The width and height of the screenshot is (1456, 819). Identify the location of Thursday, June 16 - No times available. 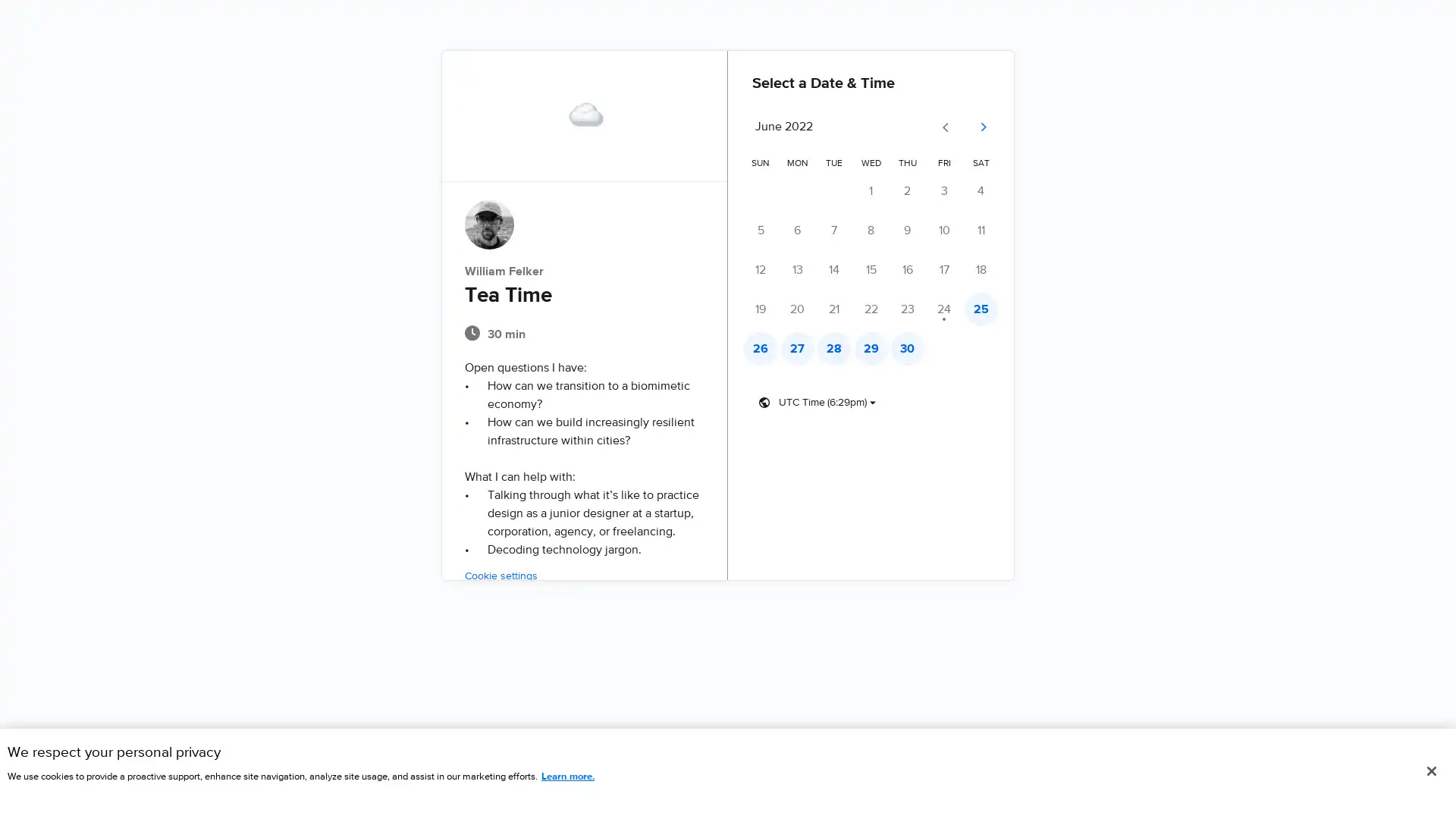
(917, 268).